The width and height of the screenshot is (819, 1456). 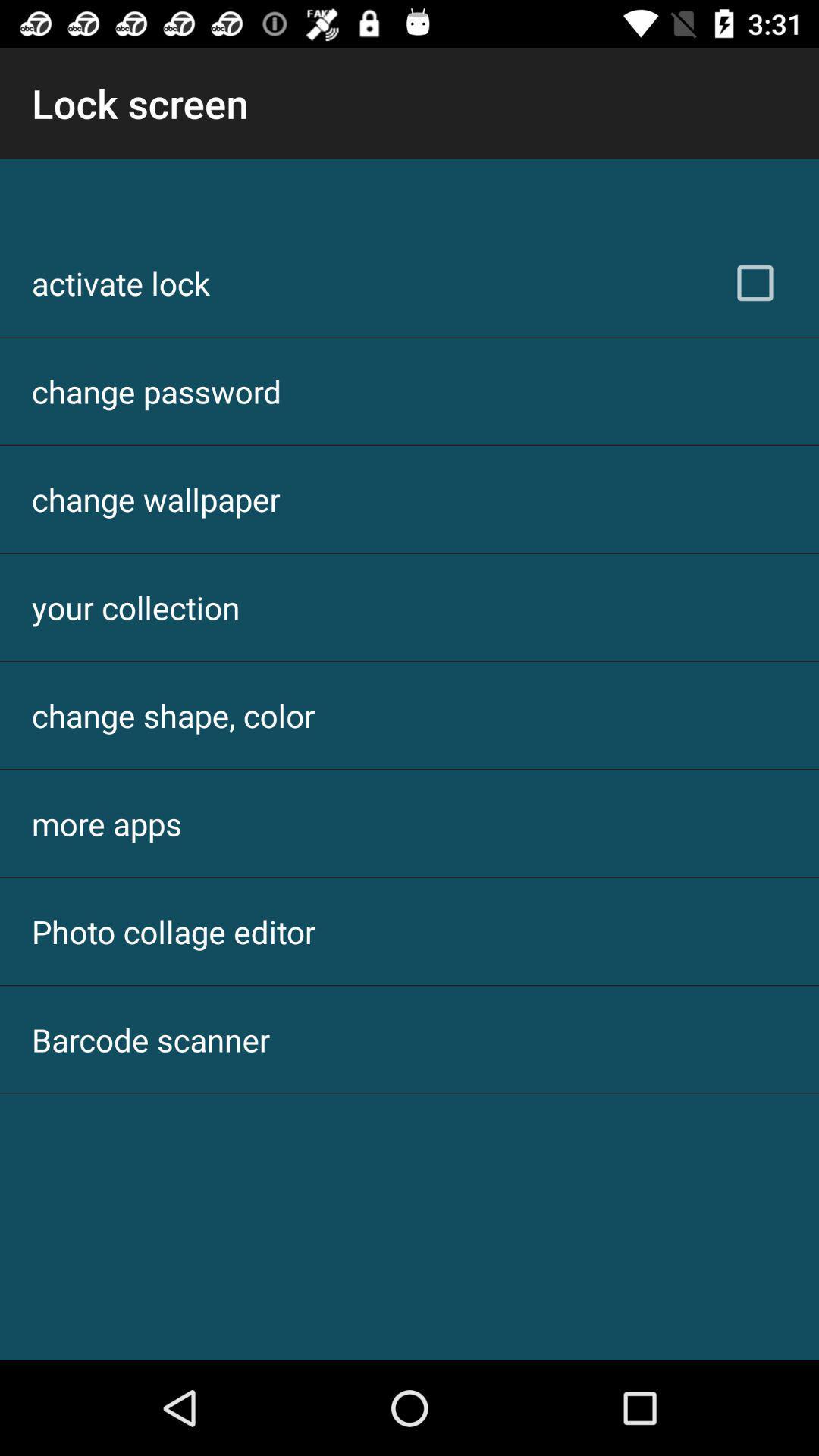 What do you see at coordinates (135, 607) in the screenshot?
I see `your collection app` at bounding box center [135, 607].